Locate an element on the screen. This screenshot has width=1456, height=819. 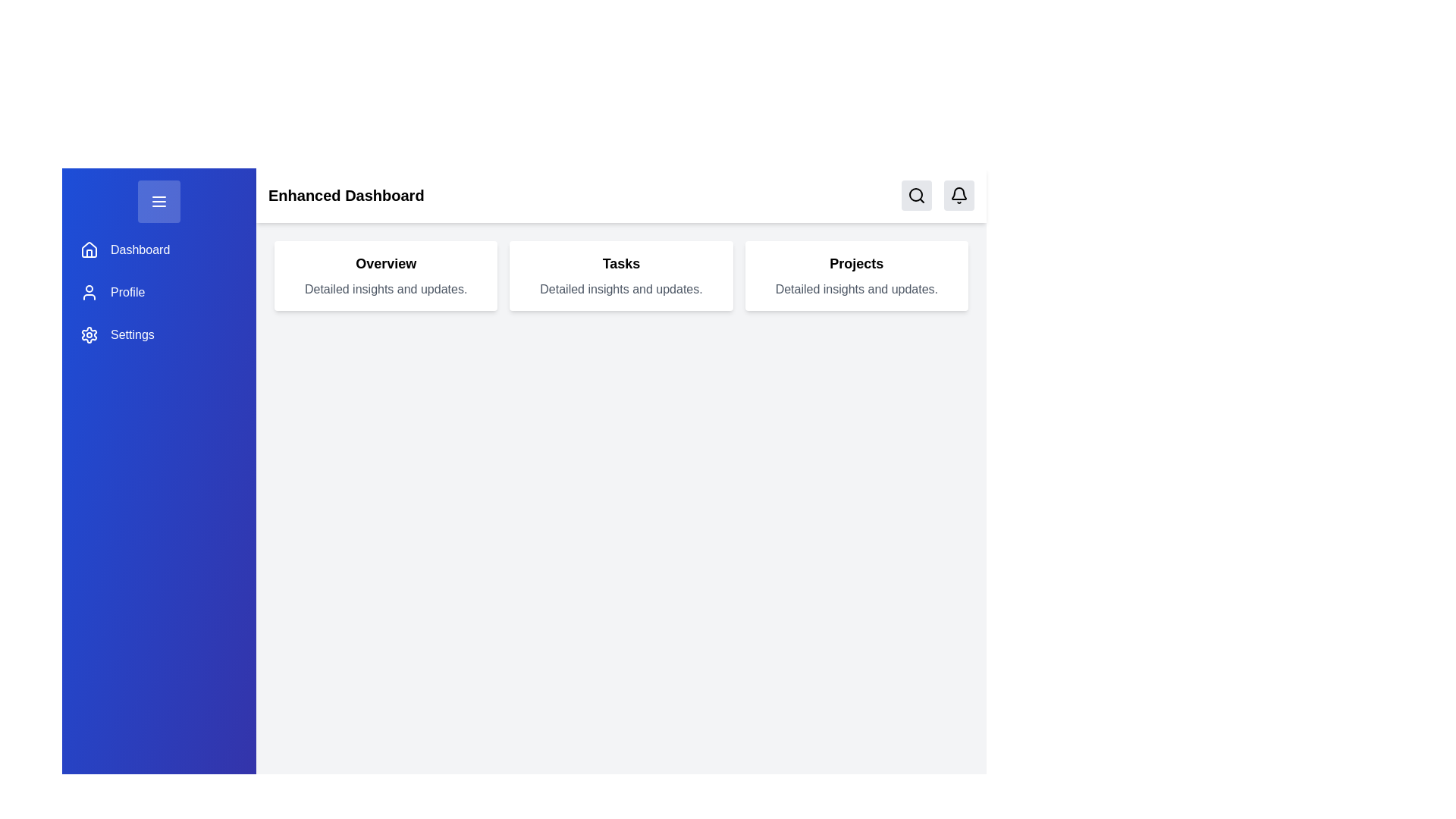
the 'Profile' label in the vertical navigation bar, which is positioned below 'Dashboard' and above 'Settings' is located at coordinates (127, 292).